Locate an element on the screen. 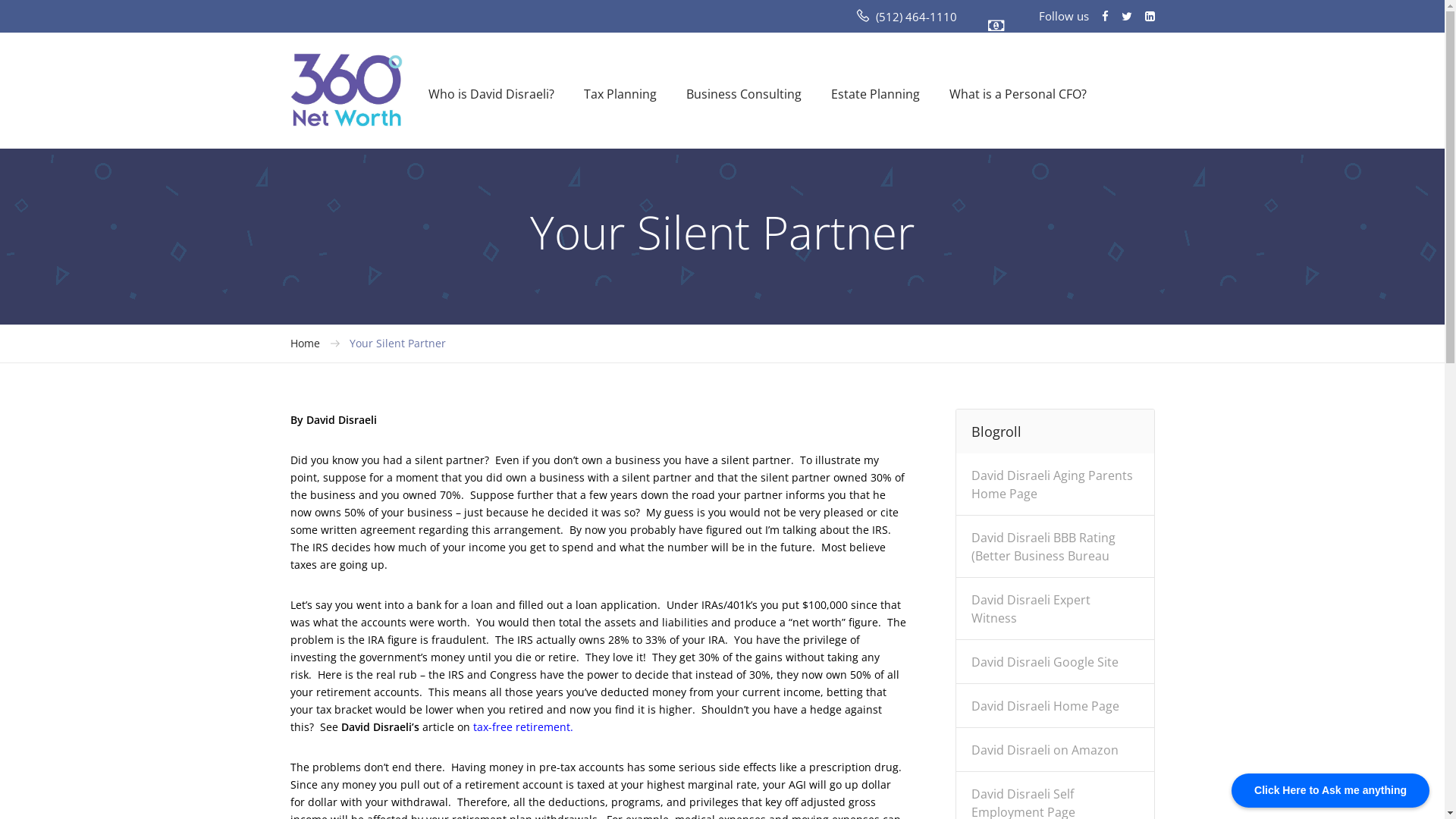 This screenshot has height=819, width=1456. 'David Disraeli on Amazon' is located at coordinates (1043, 755).